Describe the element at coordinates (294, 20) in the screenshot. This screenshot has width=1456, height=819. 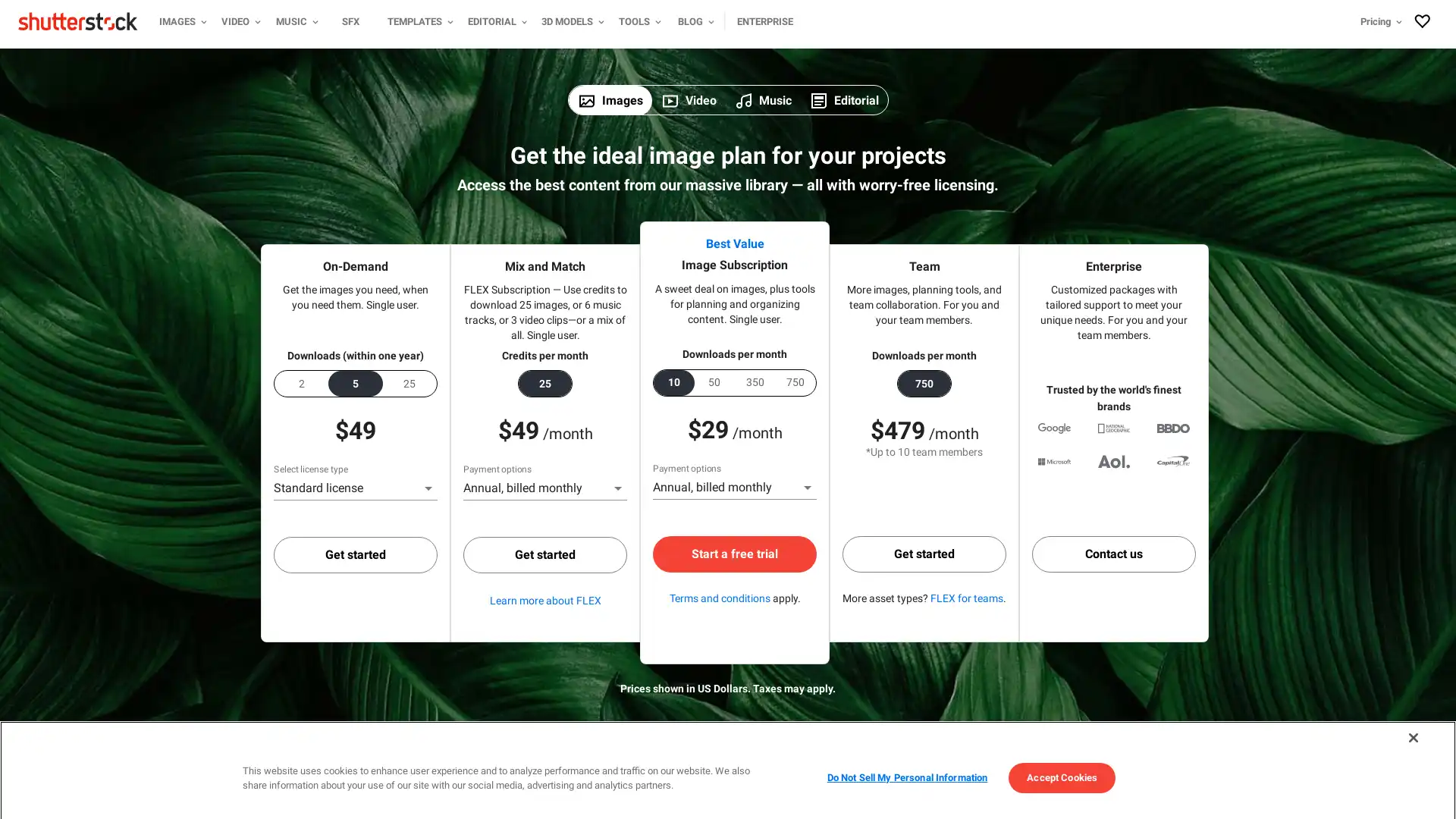
I see `Music` at that location.